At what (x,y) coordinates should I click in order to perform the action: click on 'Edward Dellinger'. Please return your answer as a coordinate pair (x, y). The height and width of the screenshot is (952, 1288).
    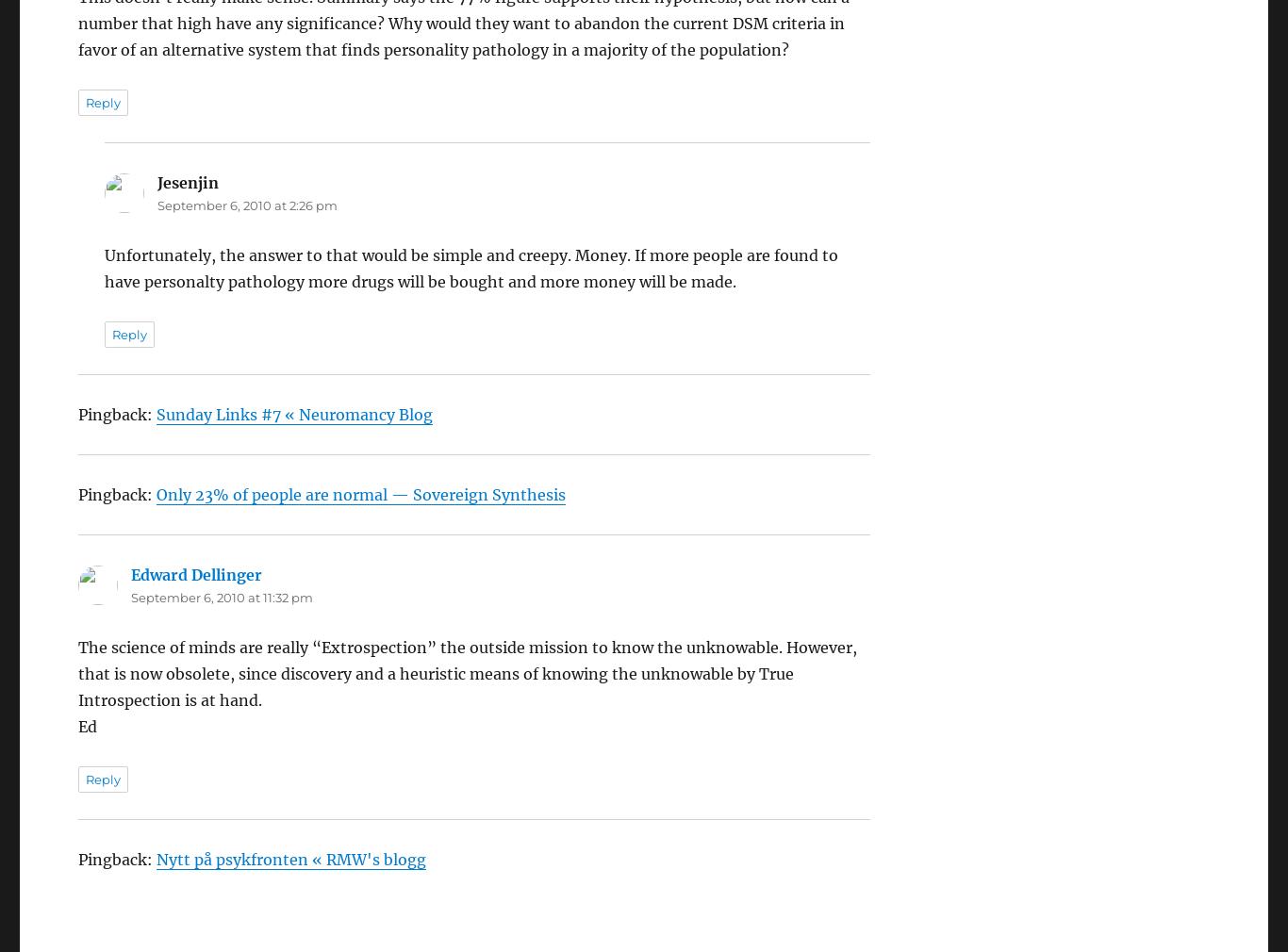
    Looking at the image, I should click on (195, 521).